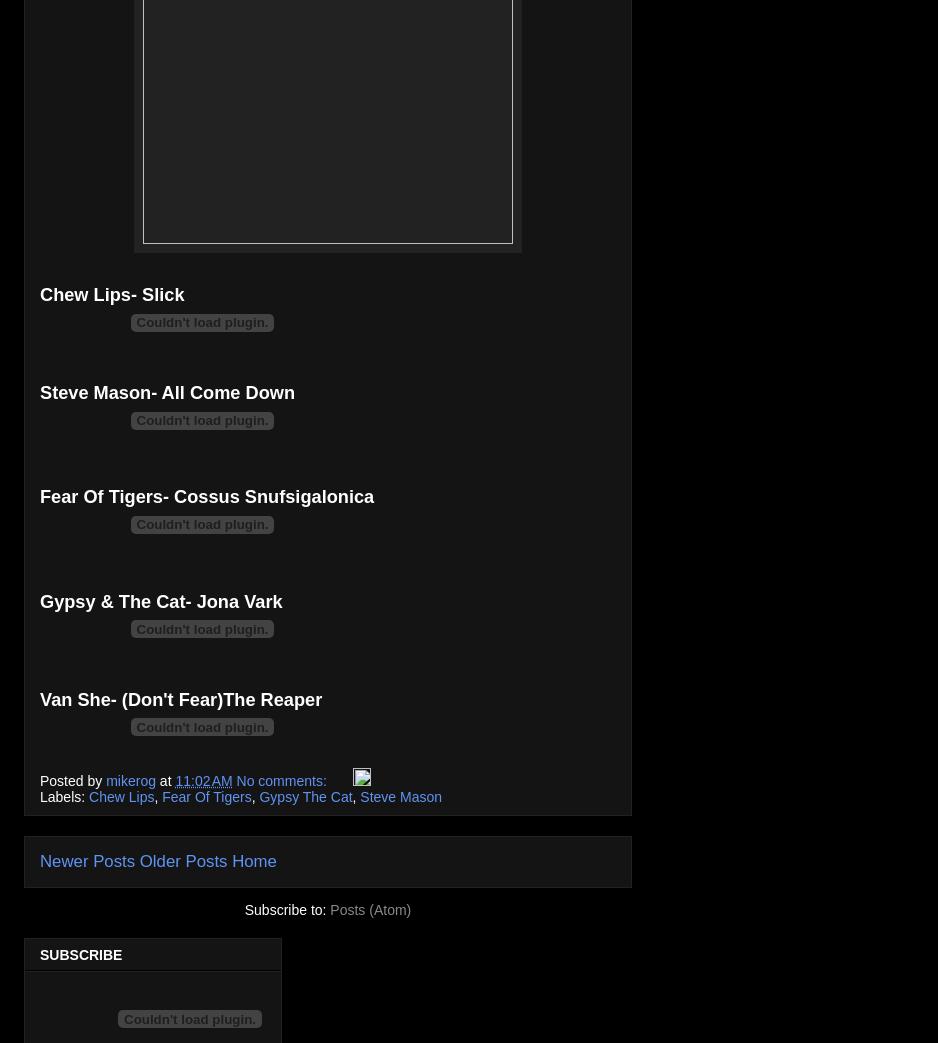  What do you see at coordinates (81, 953) in the screenshot?
I see `'SUBSCRIBE'` at bounding box center [81, 953].